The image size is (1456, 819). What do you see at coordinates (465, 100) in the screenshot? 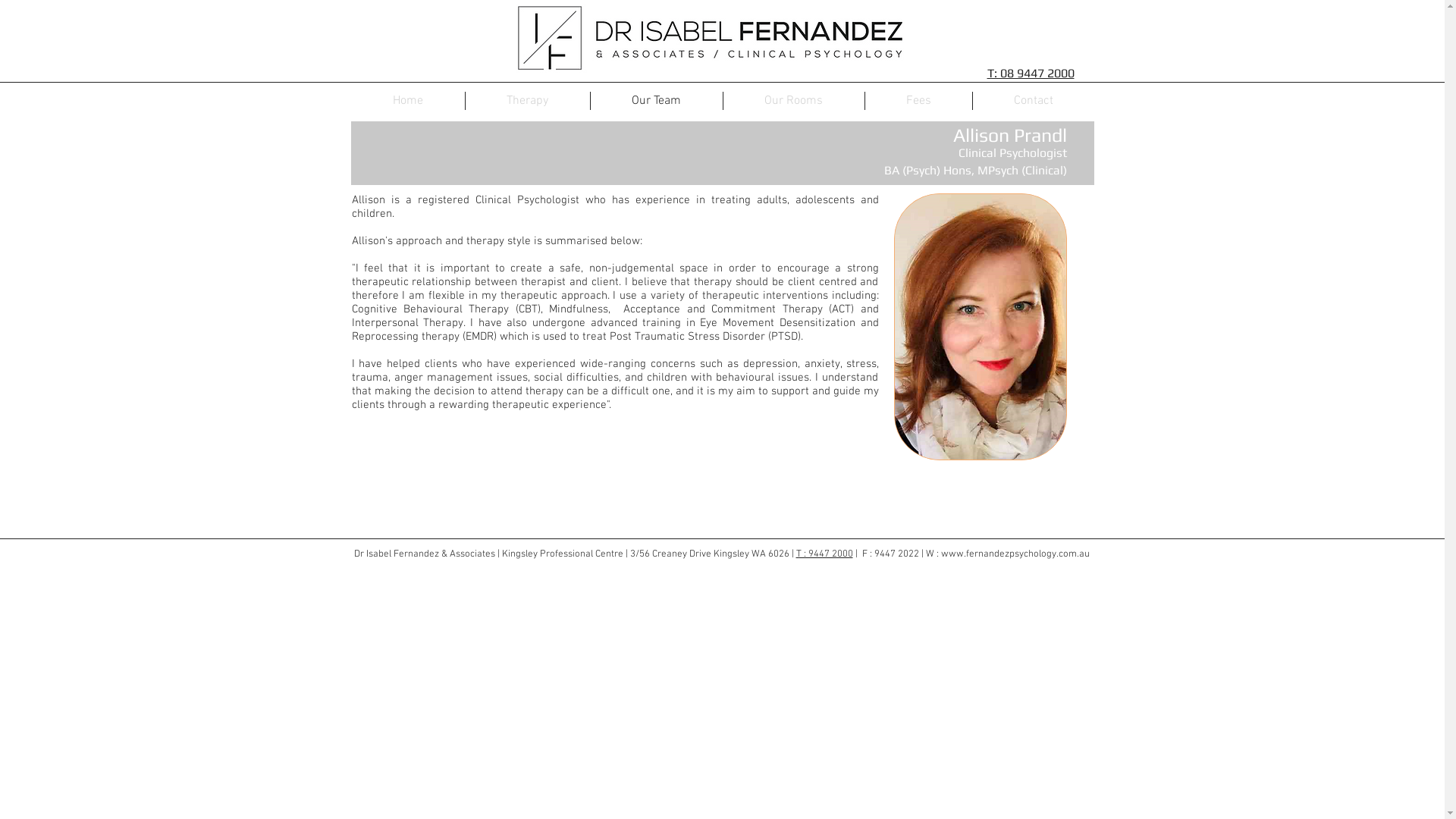
I see `'Therapy'` at bounding box center [465, 100].